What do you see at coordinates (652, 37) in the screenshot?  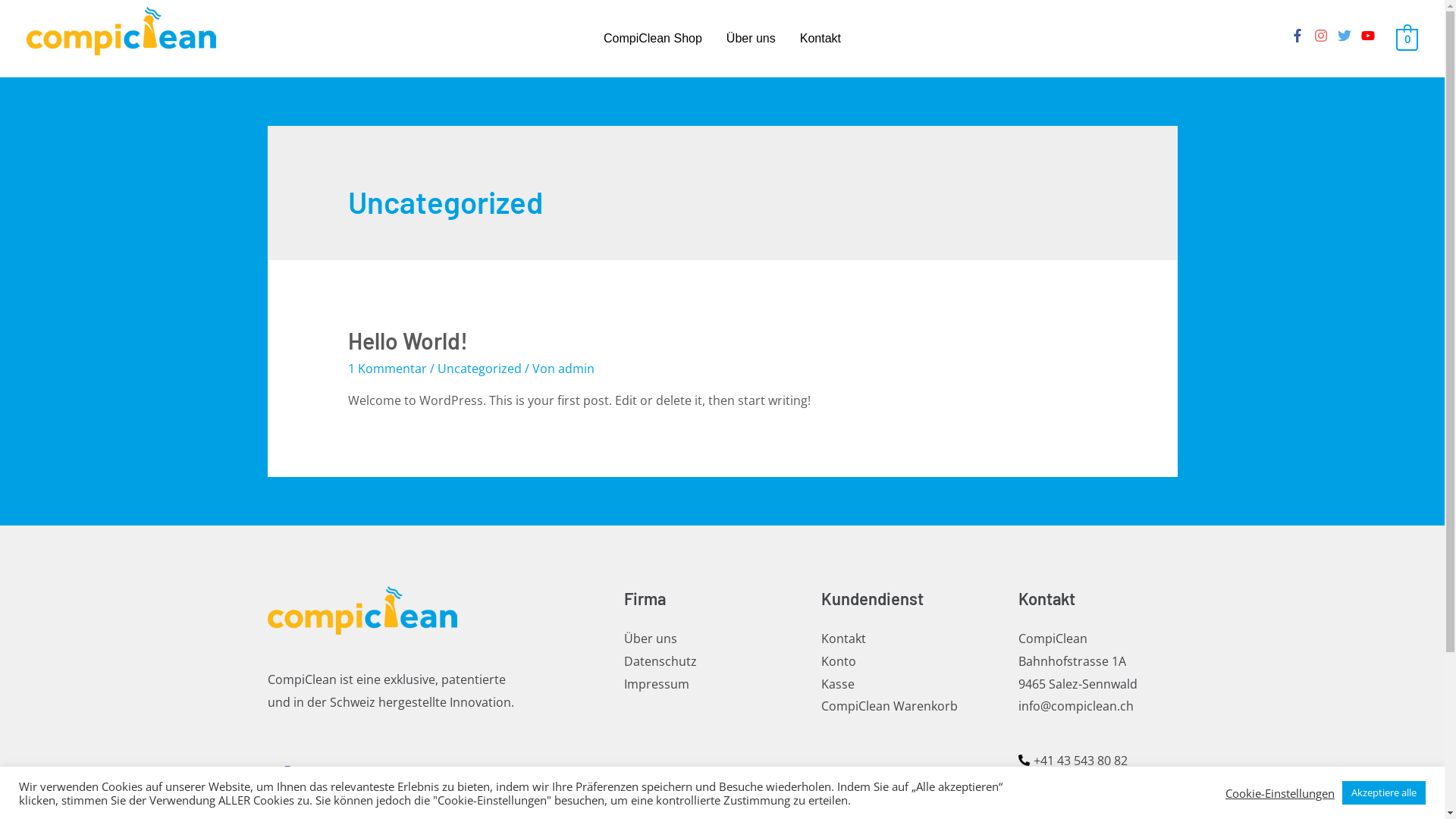 I see `'CompiClean Shop'` at bounding box center [652, 37].